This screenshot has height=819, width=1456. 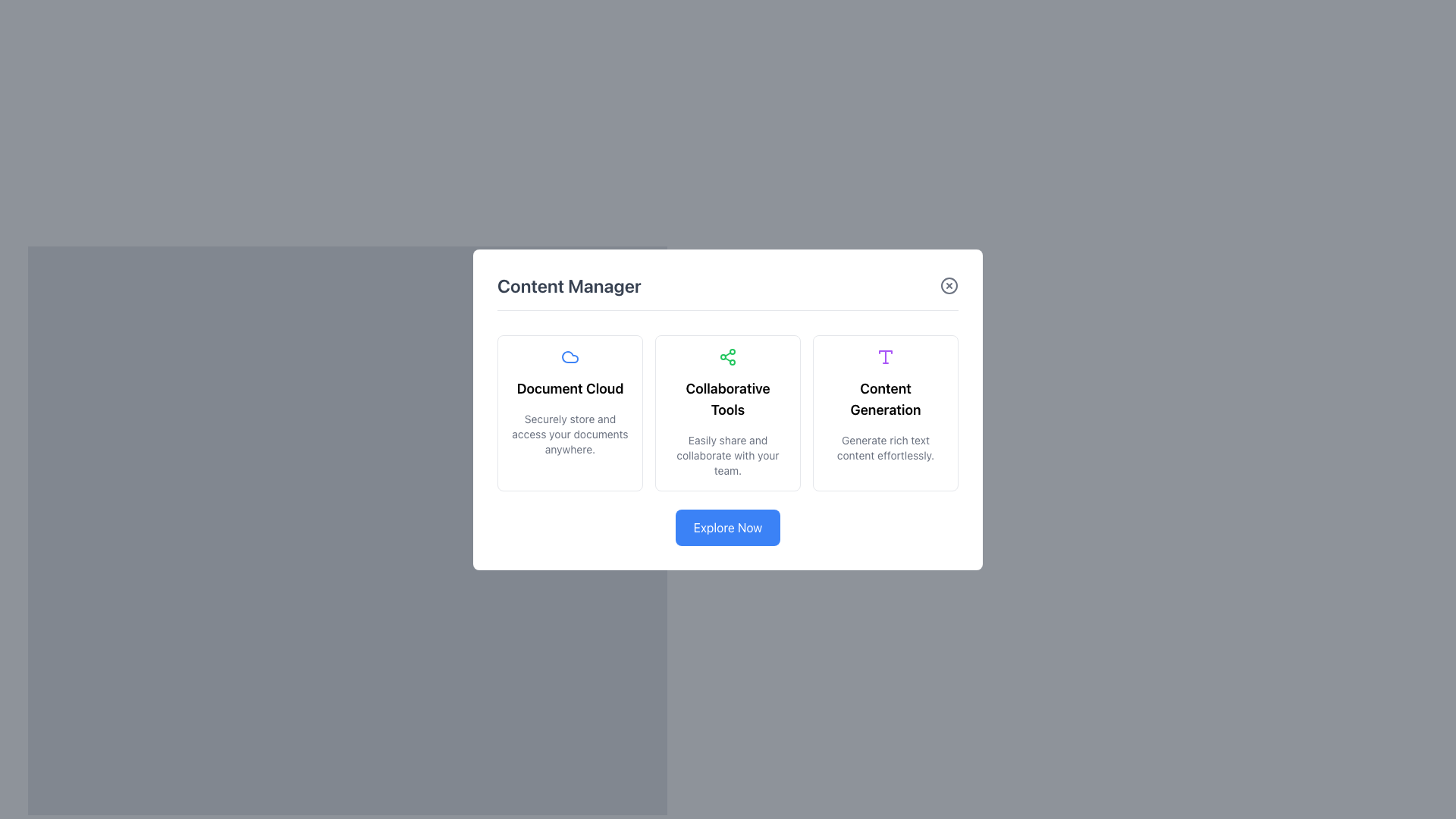 What do you see at coordinates (885, 447) in the screenshot?
I see `text block that is styled in light gray and contains the content 'Generate rich text content effortlessly.', located in the 'Content Generation' section beneath the title heading` at bounding box center [885, 447].